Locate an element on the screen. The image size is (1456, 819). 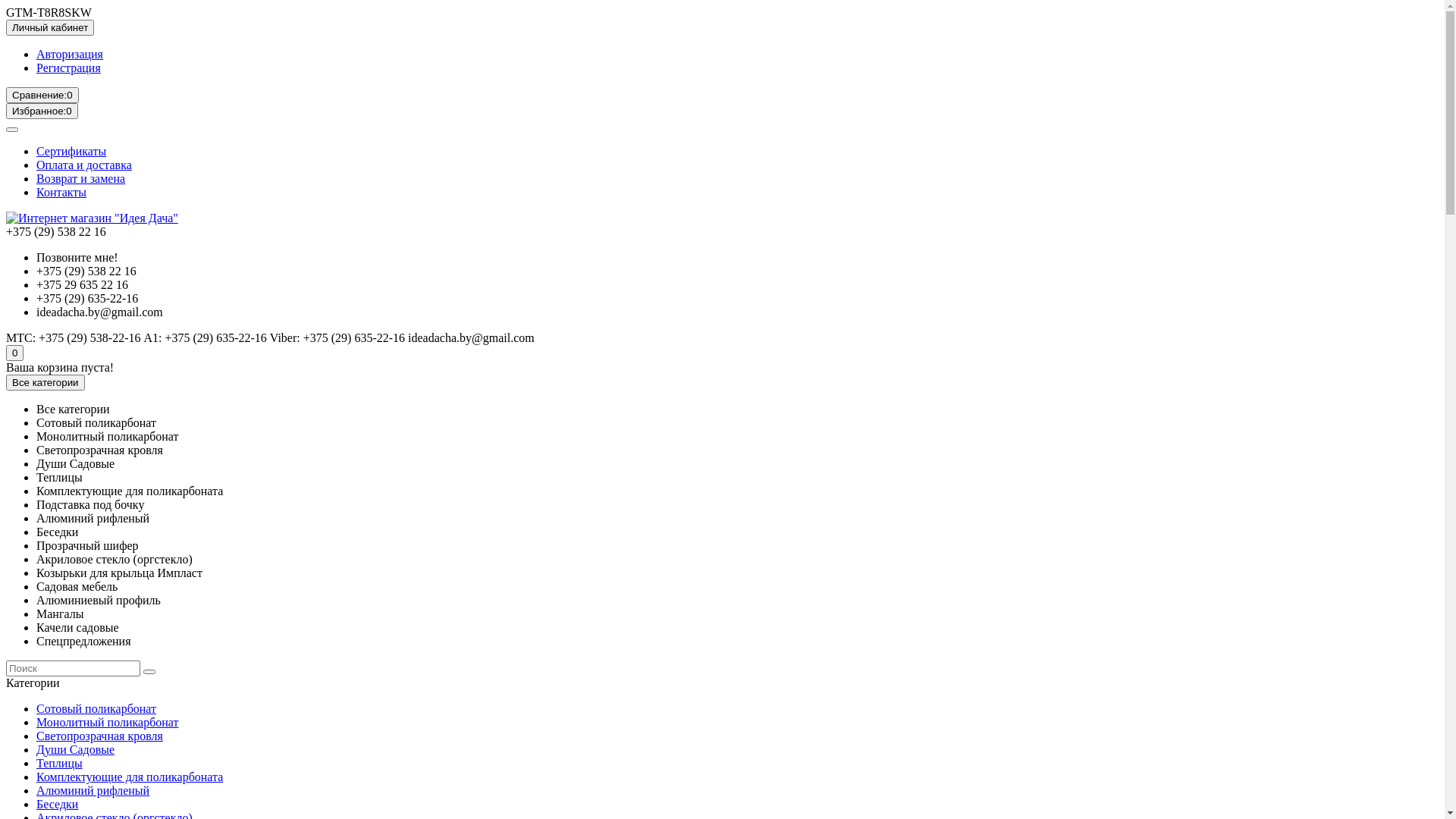
'0' is located at coordinates (14, 353).